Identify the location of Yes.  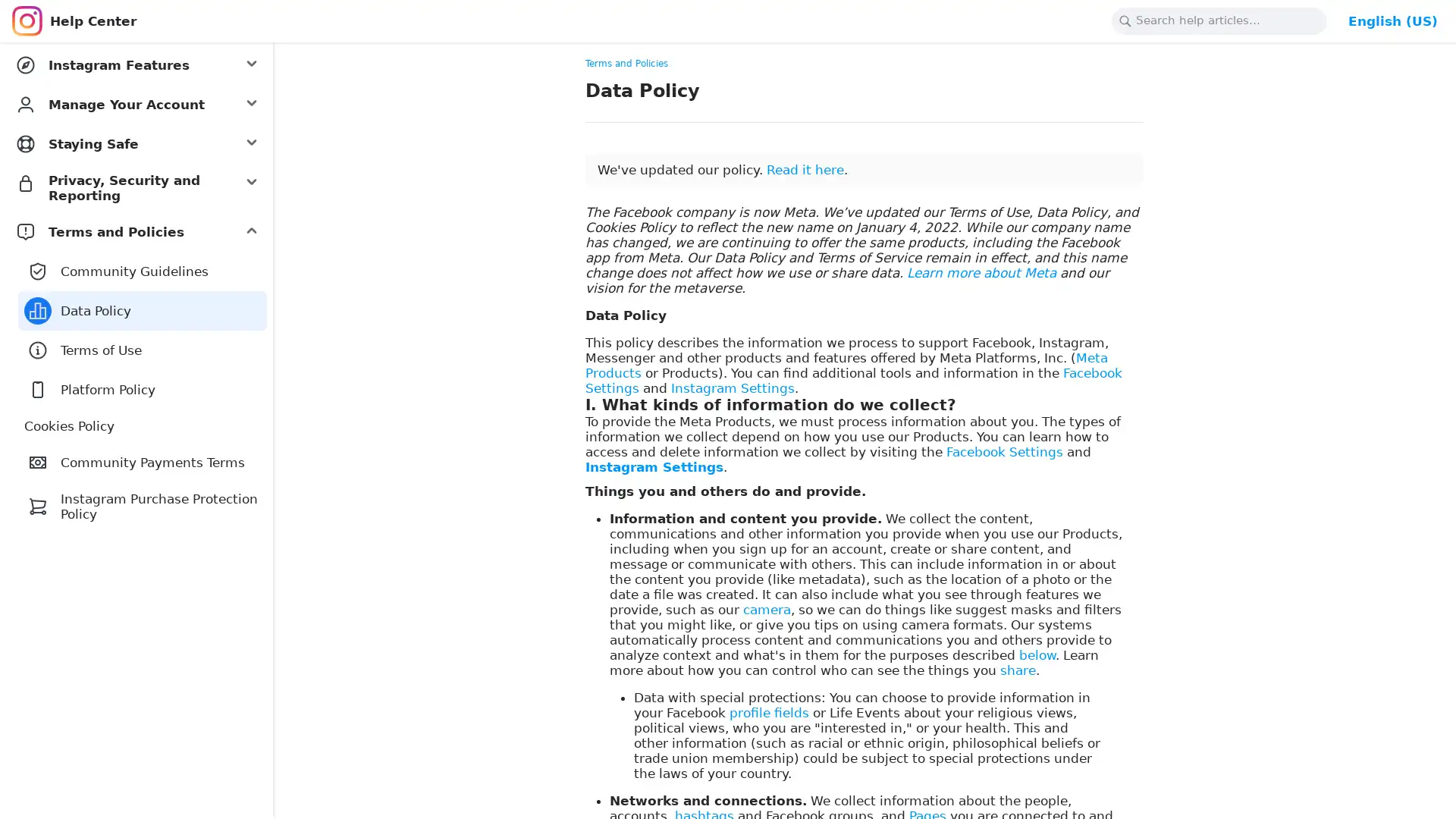
(1226, 745).